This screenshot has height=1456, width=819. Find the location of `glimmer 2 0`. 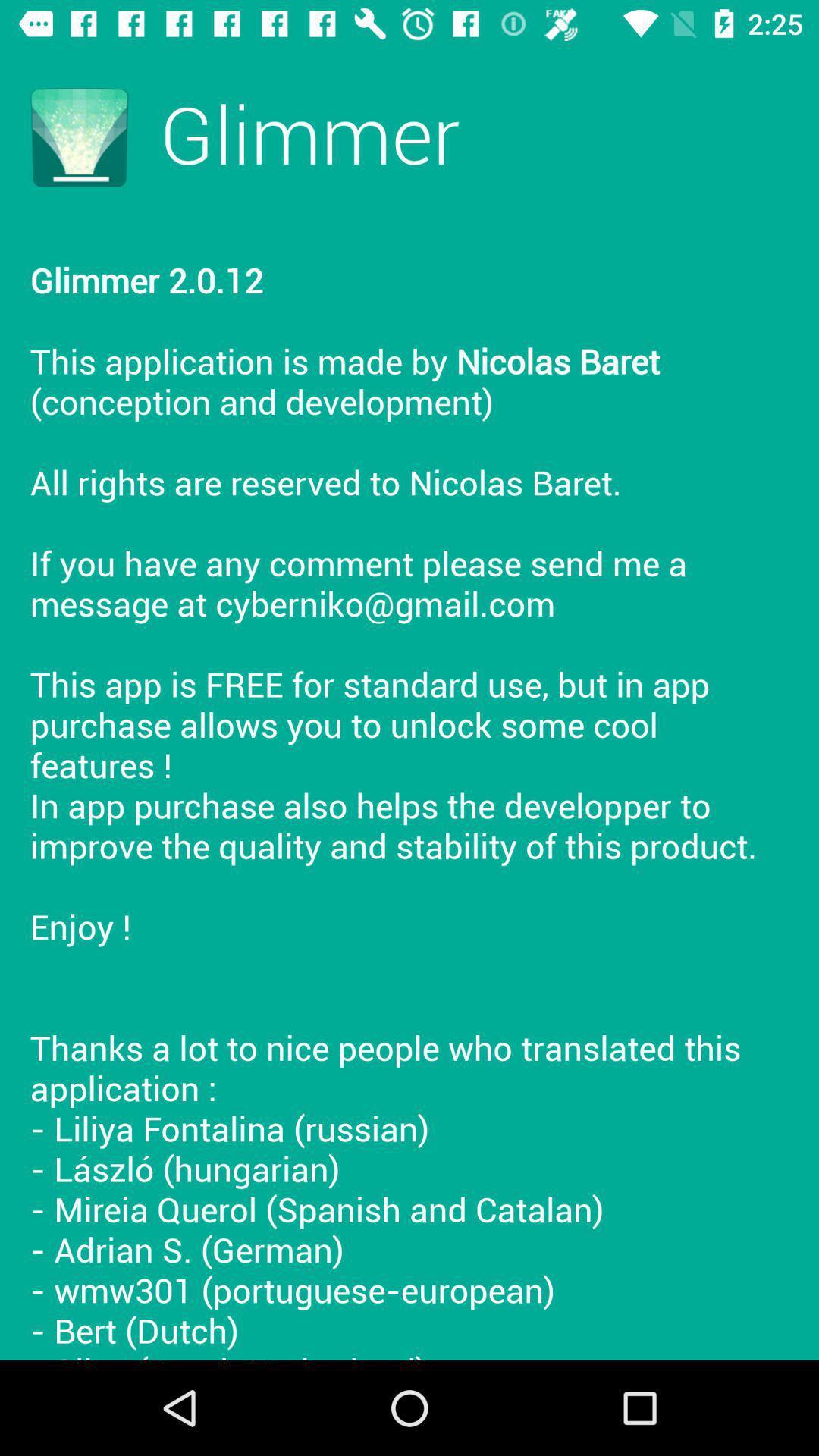

glimmer 2 0 is located at coordinates (409, 792).